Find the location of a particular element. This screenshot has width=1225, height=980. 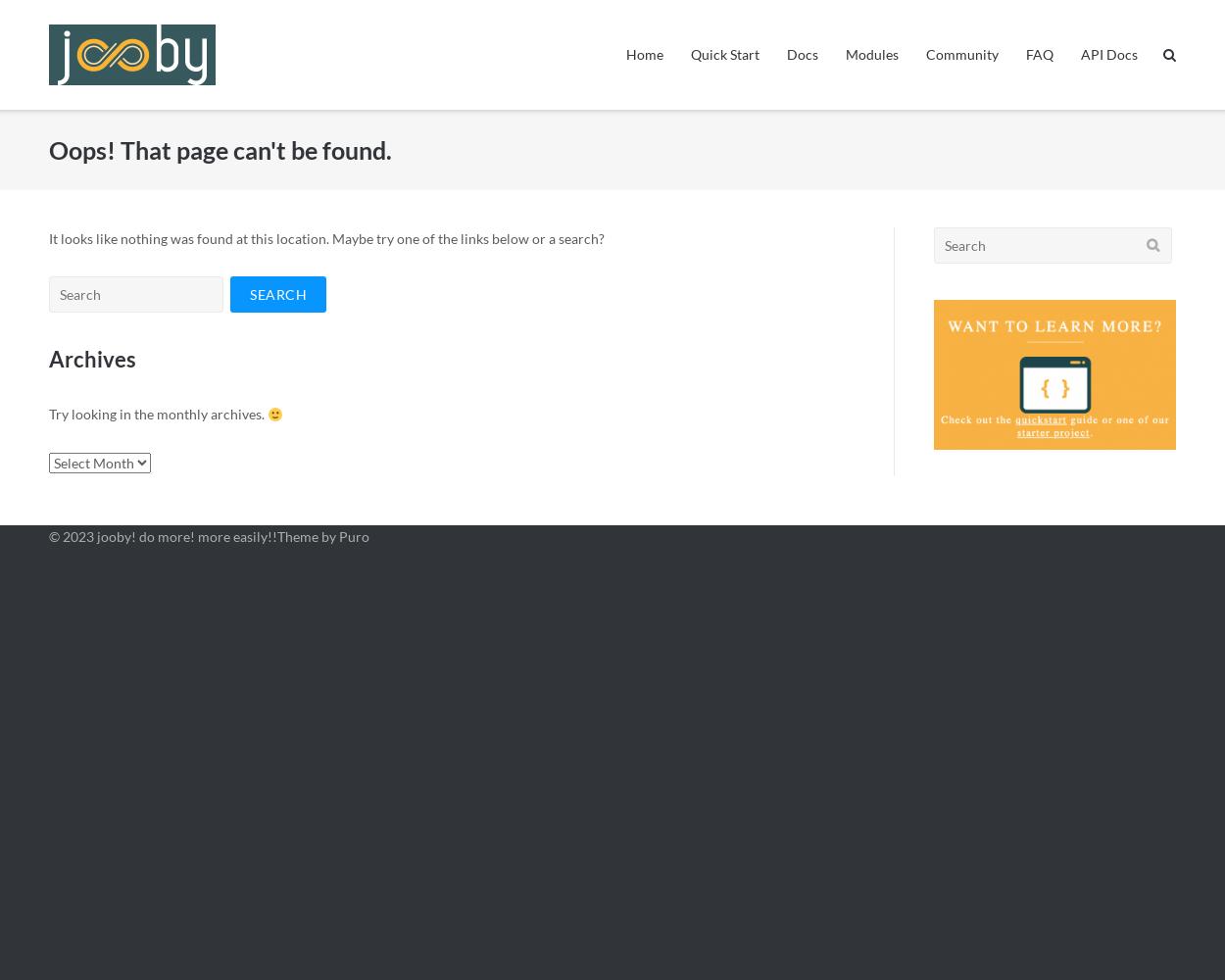

'API Docs' is located at coordinates (1109, 54).